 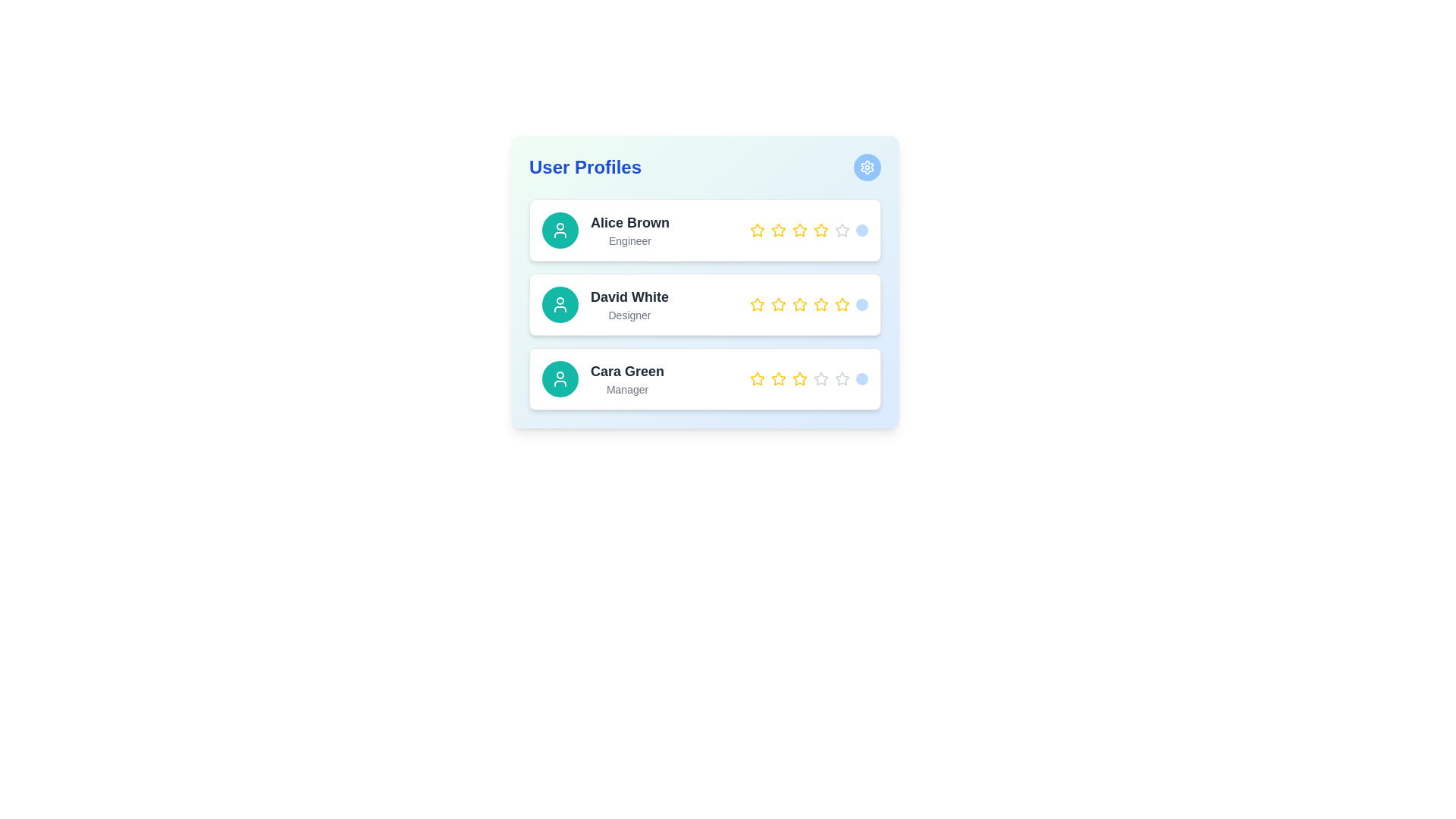 I want to click on the first yellow star icon in the rating system for the user 'Alice Brown', which indicates an active rating item, so click(x=757, y=231).